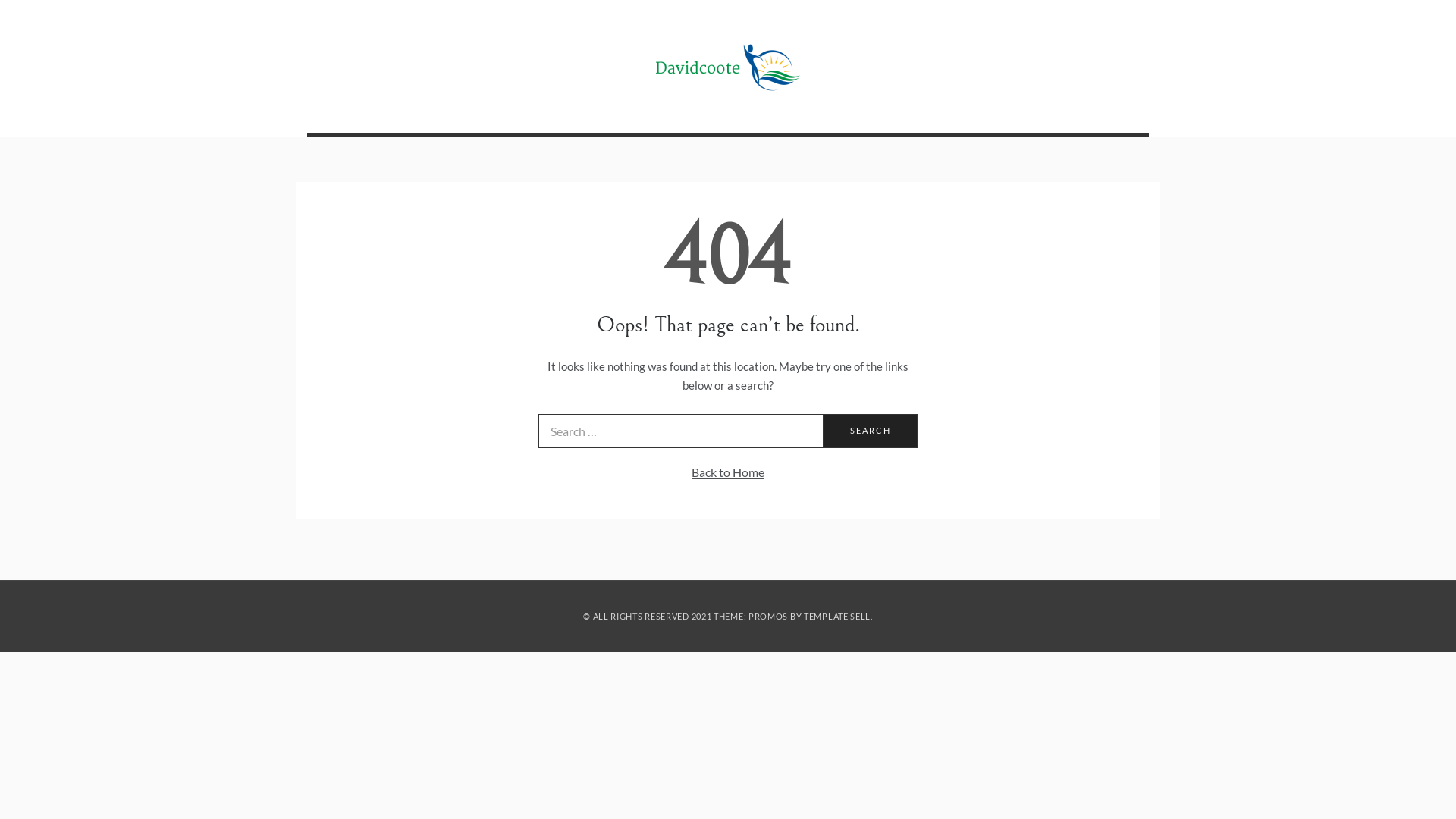  Describe the element at coordinates (836, 616) in the screenshot. I see `'TEMPLATE SELL'` at that location.